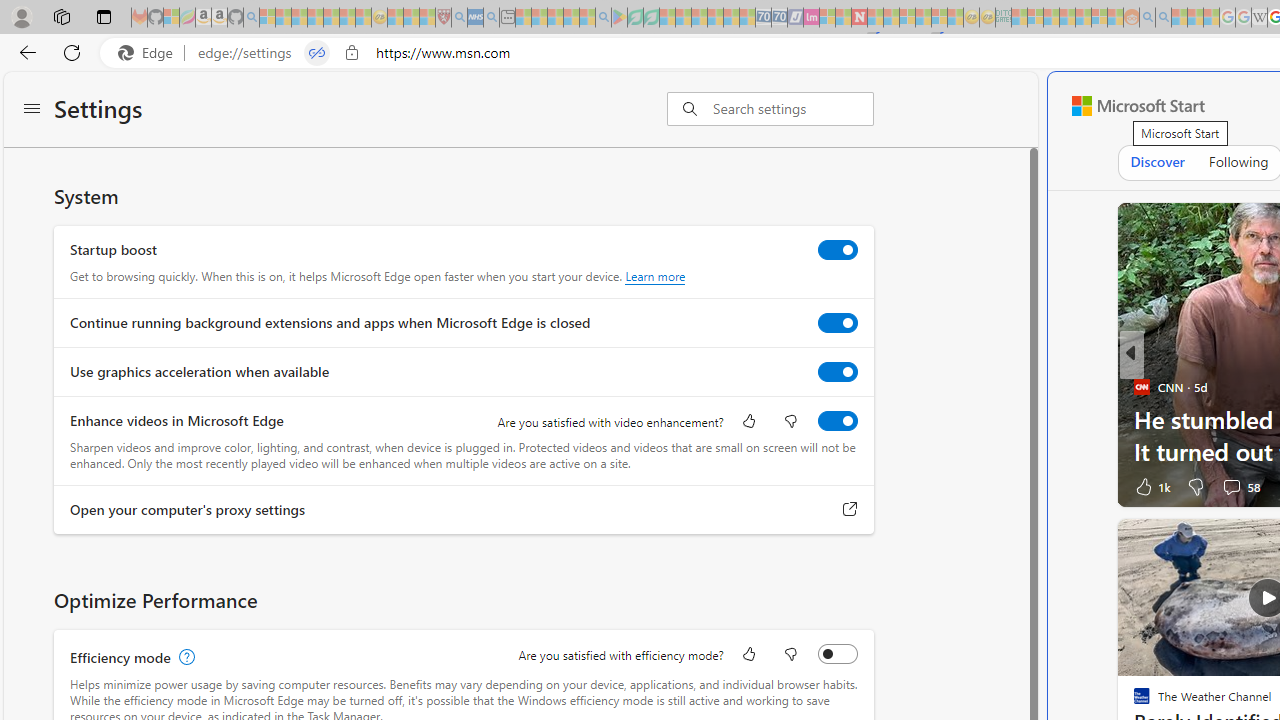 The height and width of the screenshot is (720, 1280). I want to click on 'Utah sues federal government - Search - Sleeping', so click(1163, 17).